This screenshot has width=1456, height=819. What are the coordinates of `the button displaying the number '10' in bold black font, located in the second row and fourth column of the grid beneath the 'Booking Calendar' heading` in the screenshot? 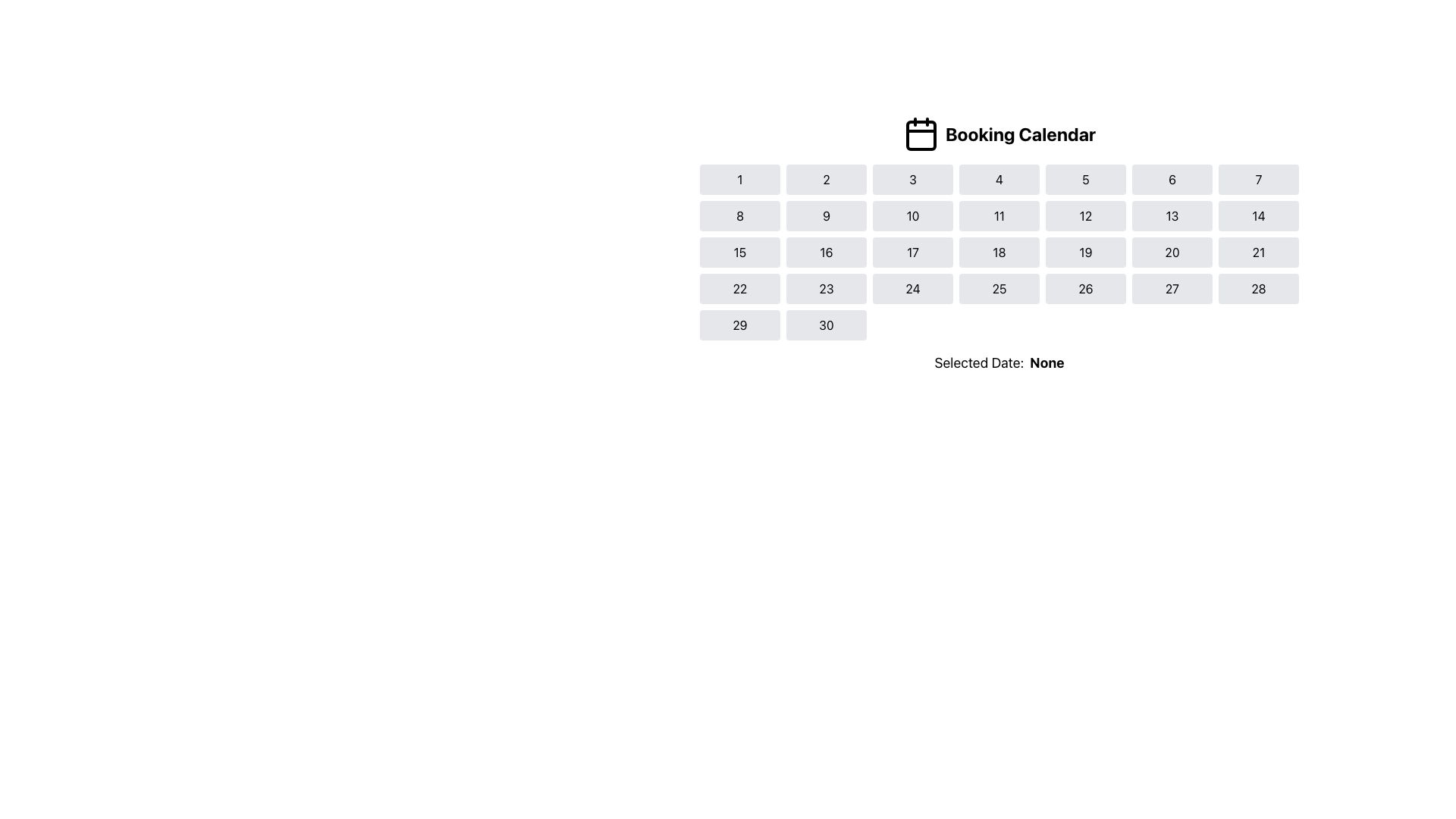 It's located at (912, 216).